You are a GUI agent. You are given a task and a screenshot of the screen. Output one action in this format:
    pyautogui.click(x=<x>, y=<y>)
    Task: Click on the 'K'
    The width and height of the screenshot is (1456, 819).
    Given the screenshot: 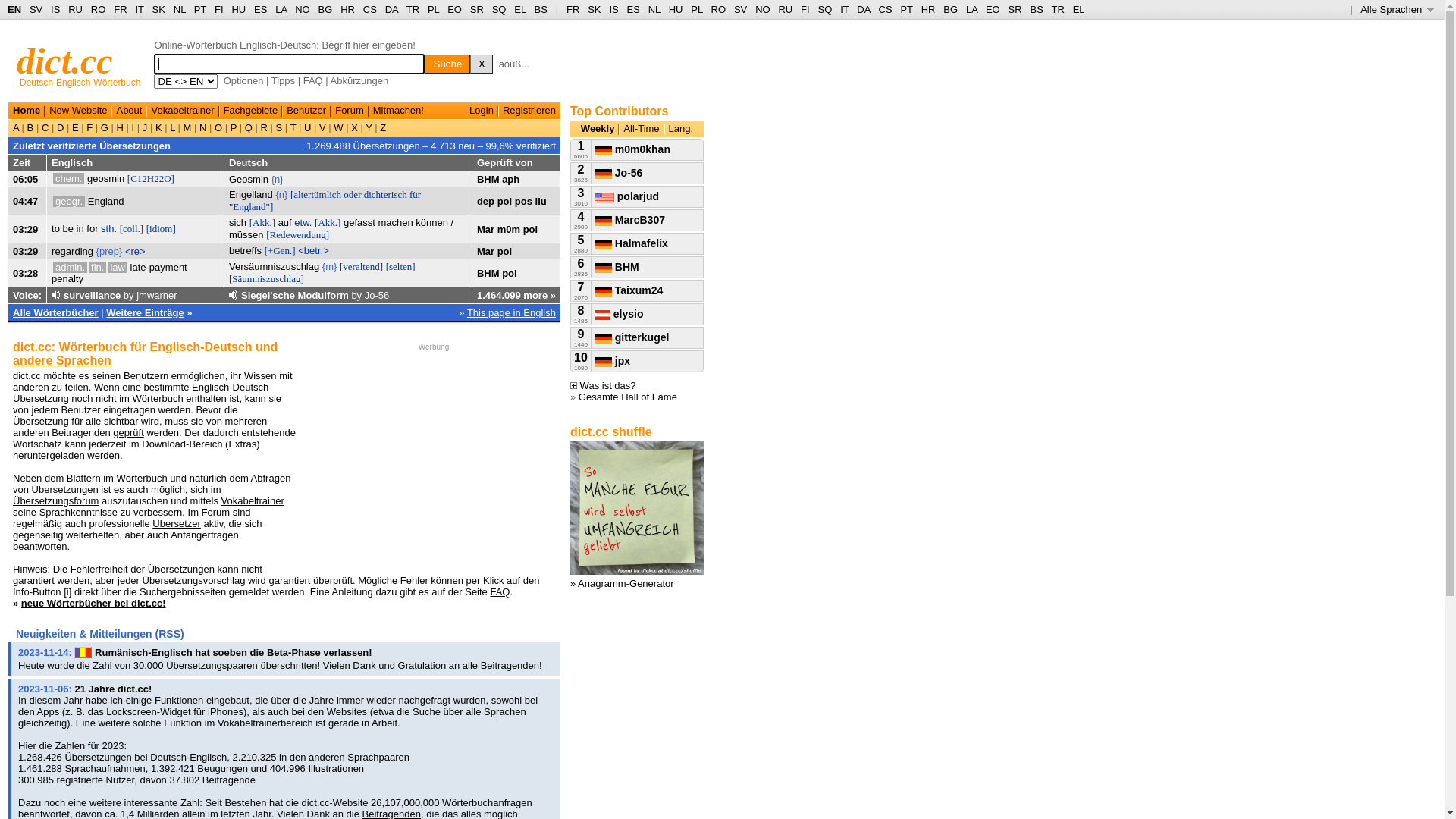 What is the action you would take?
    pyautogui.click(x=152, y=127)
    